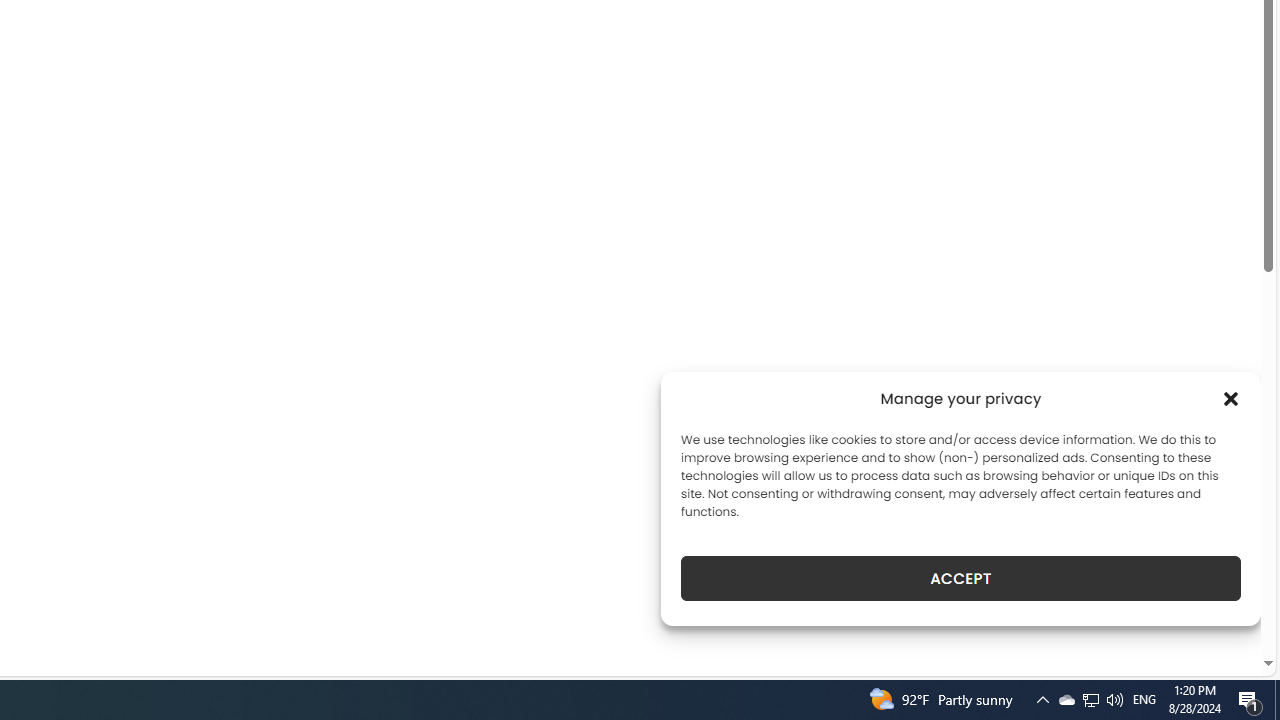 This screenshot has width=1280, height=720. Describe the element at coordinates (1230, 398) in the screenshot. I see `'Class: cmplz-close'` at that location.